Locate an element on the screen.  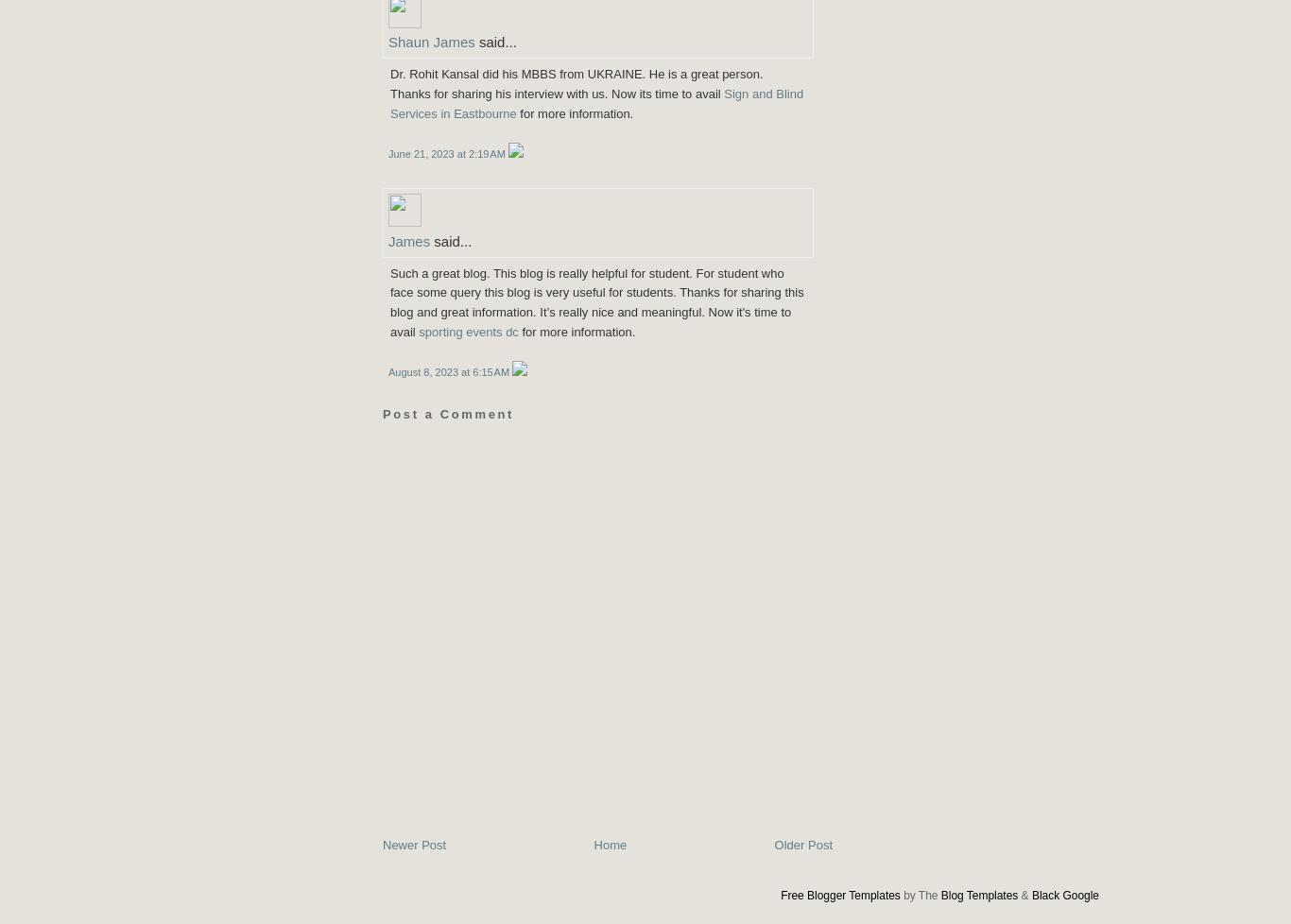
'Home' is located at coordinates (609, 844).